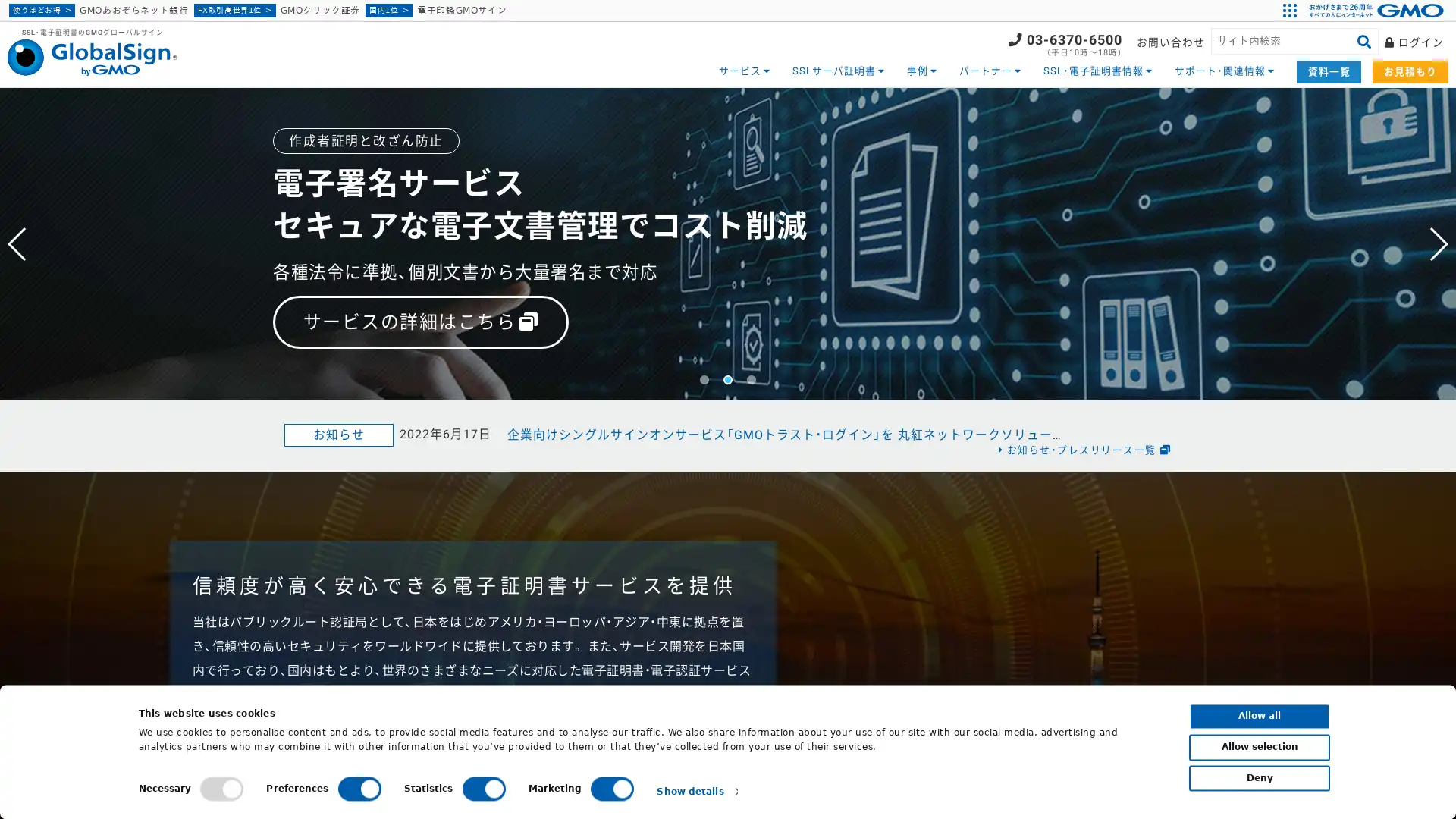  Describe the element at coordinates (1259, 746) in the screenshot. I see `Allow selection` at that location.